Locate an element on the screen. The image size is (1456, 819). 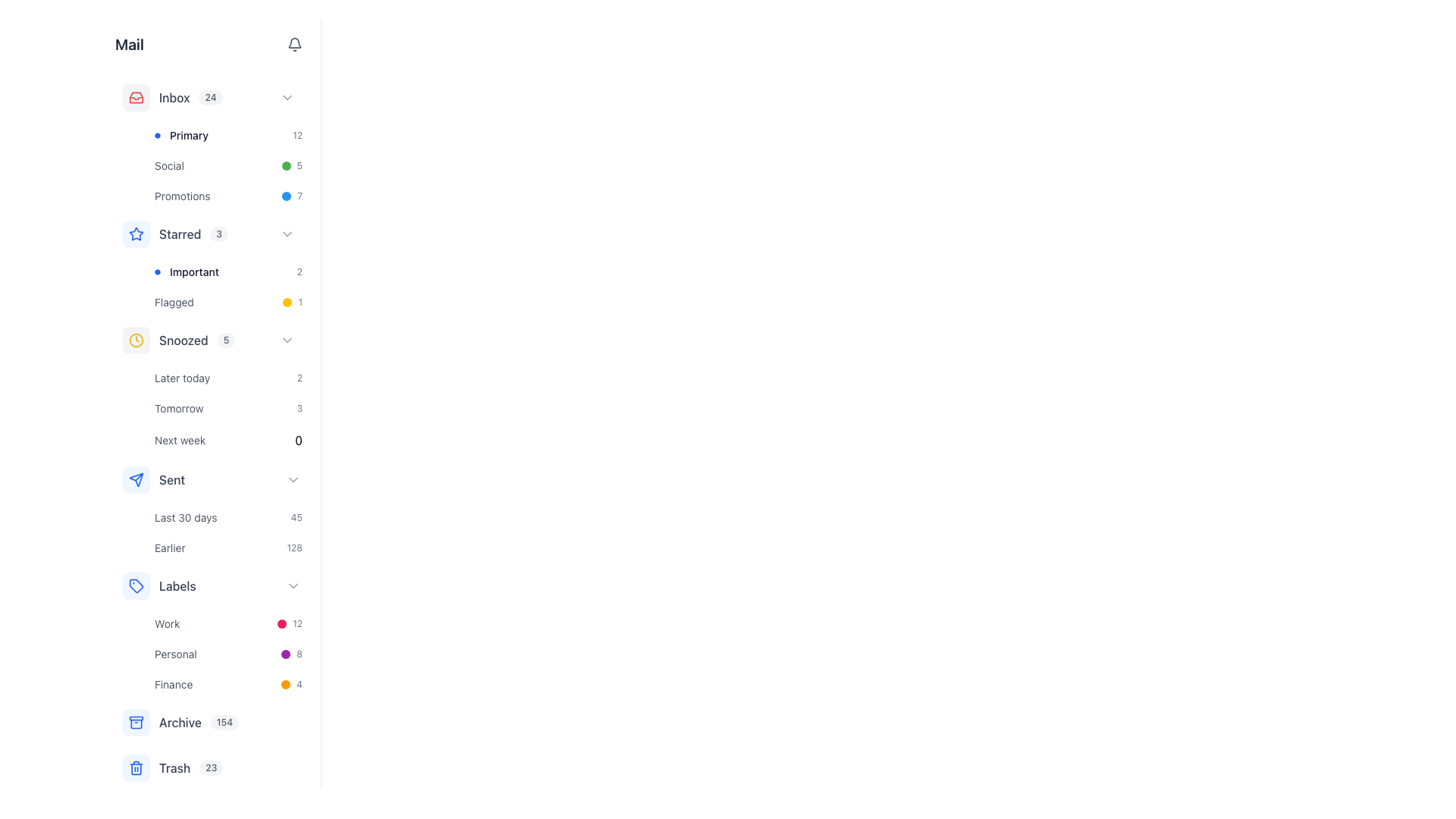
the 'Inbox' menu item located at the top of the left-side menu, which features a red inbox icon, the text 'Inbox', a badge with the number '24', and a right-pointing gray chevron is located at coordinates (211, 97).